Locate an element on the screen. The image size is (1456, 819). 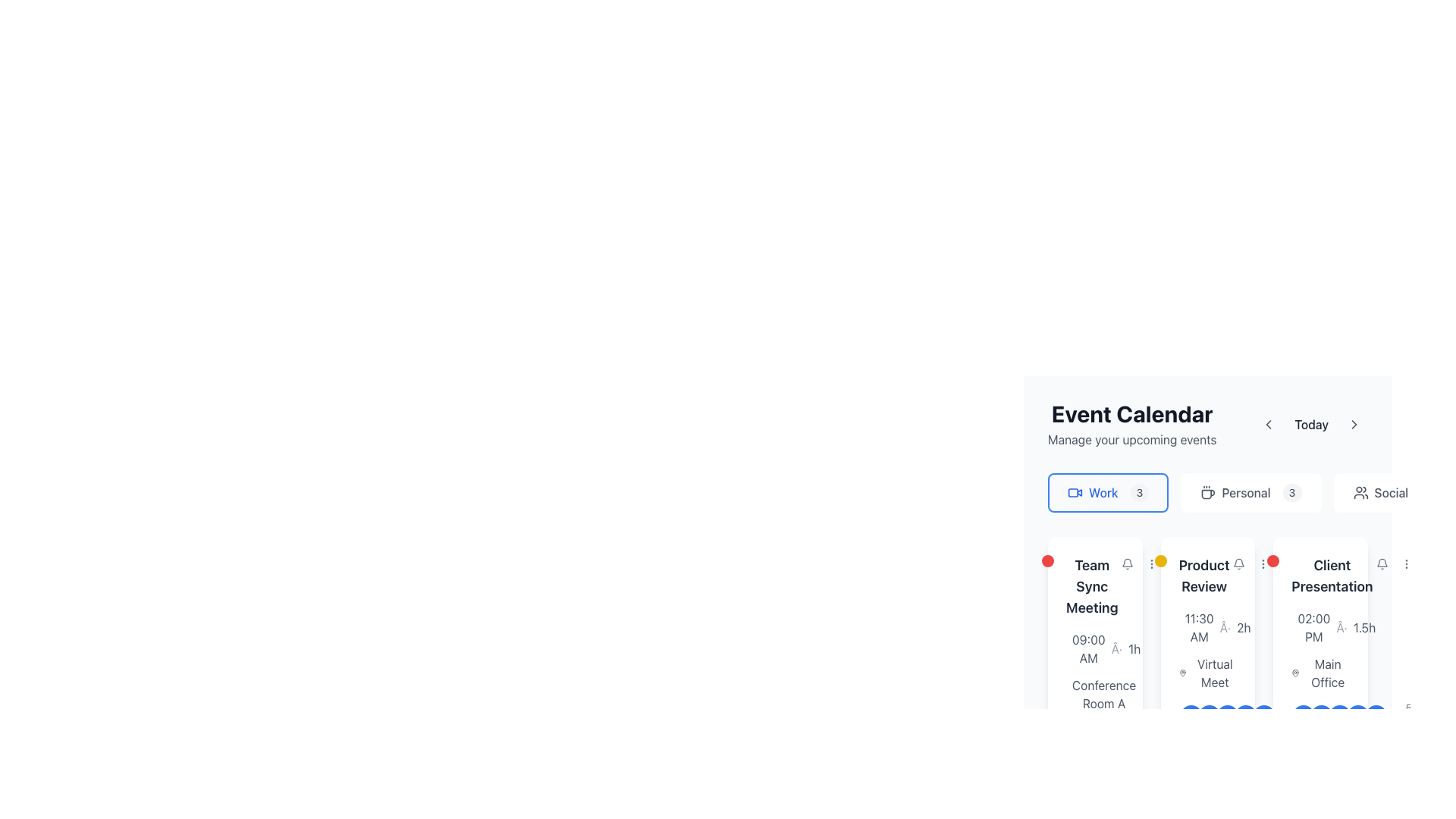
the bell icon component within the SVG object representing notifications, located in the top-right corner of the calendar interface is located at coordinates (1238, 563).